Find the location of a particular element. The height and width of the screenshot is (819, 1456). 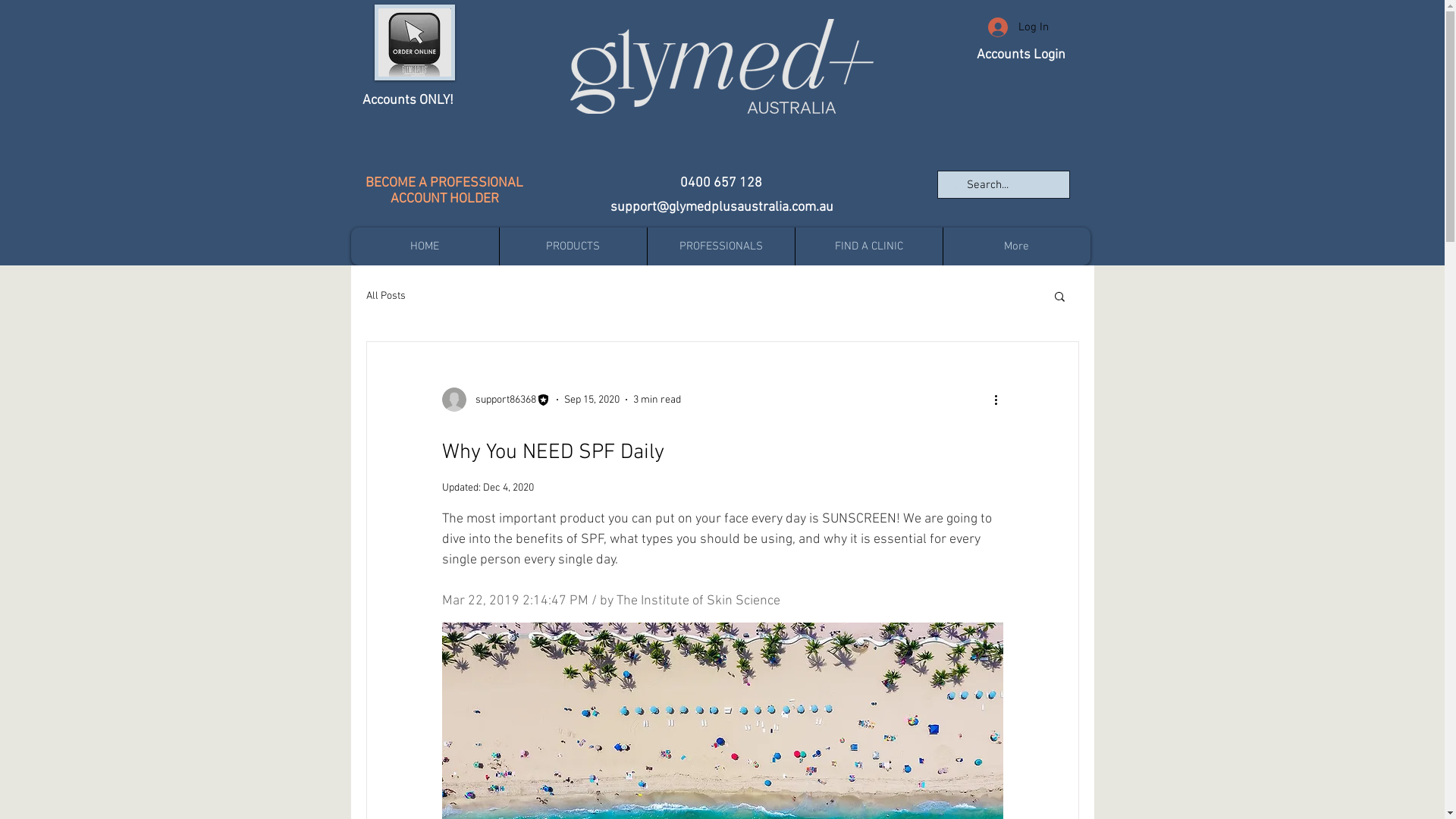

'FIND A CLINIC' is located at coordinates (868, 245).